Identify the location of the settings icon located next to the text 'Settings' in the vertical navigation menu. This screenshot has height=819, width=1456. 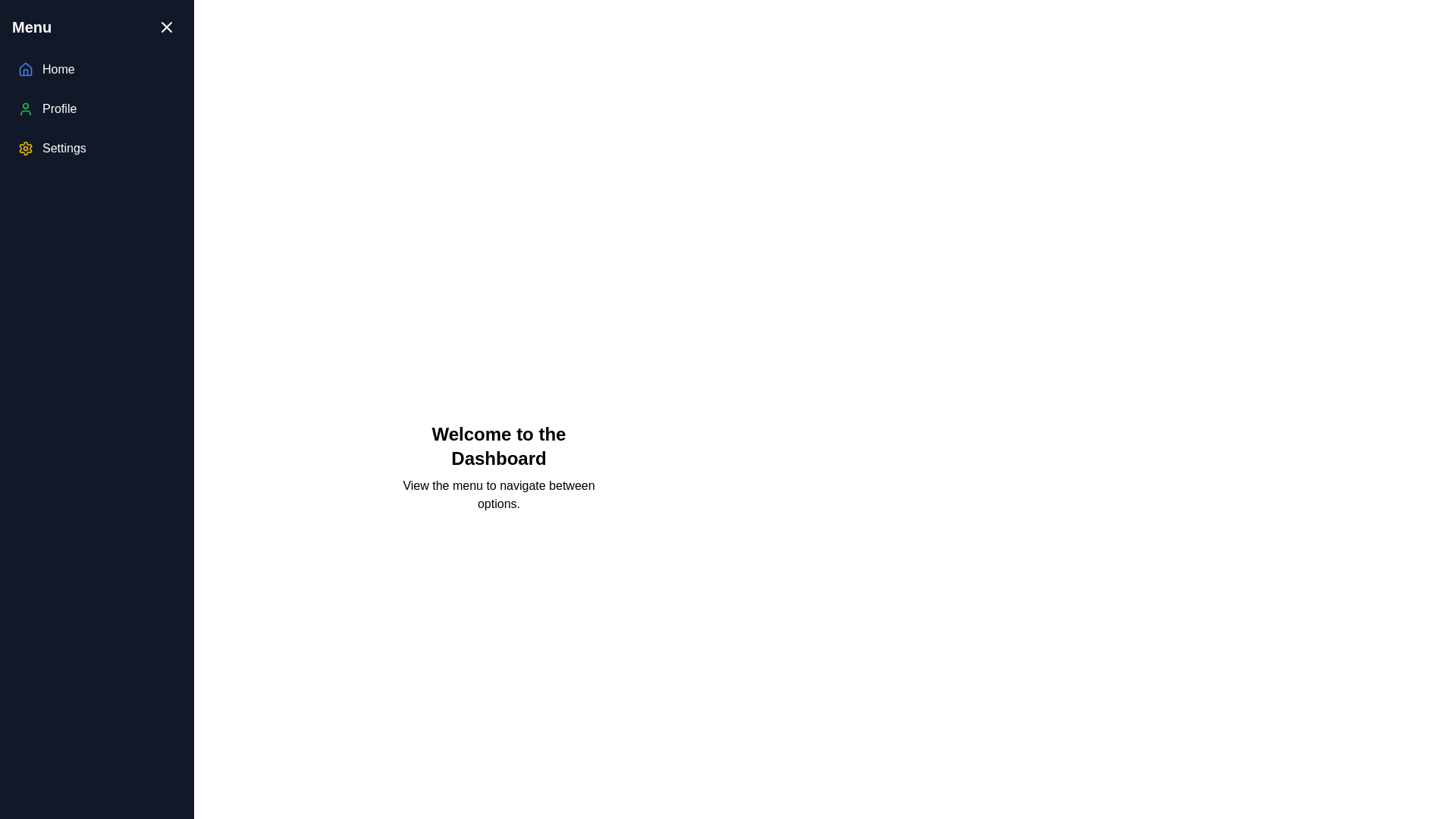
(25, 149).